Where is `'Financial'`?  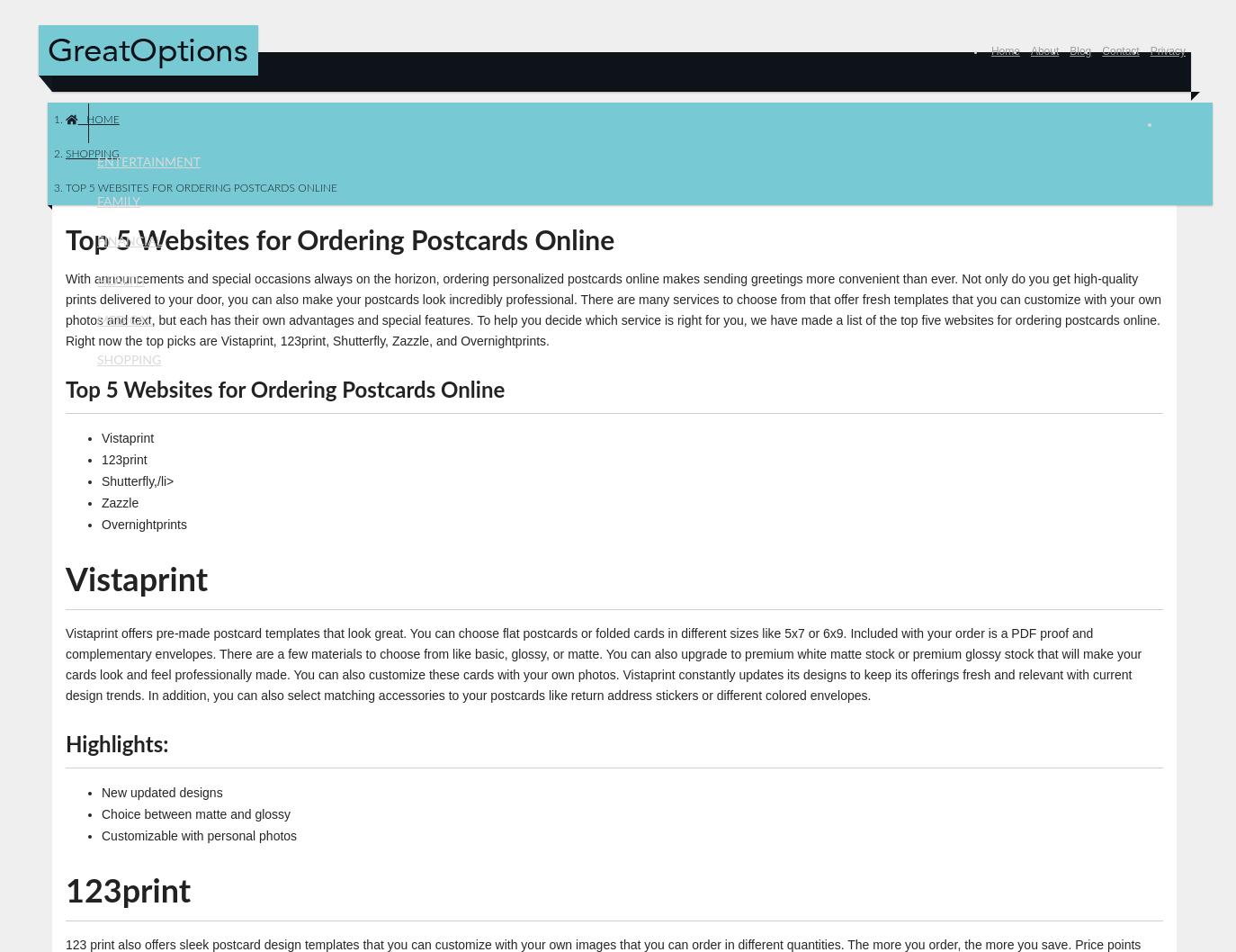
'Financial' is located at coordinates (128, 241).